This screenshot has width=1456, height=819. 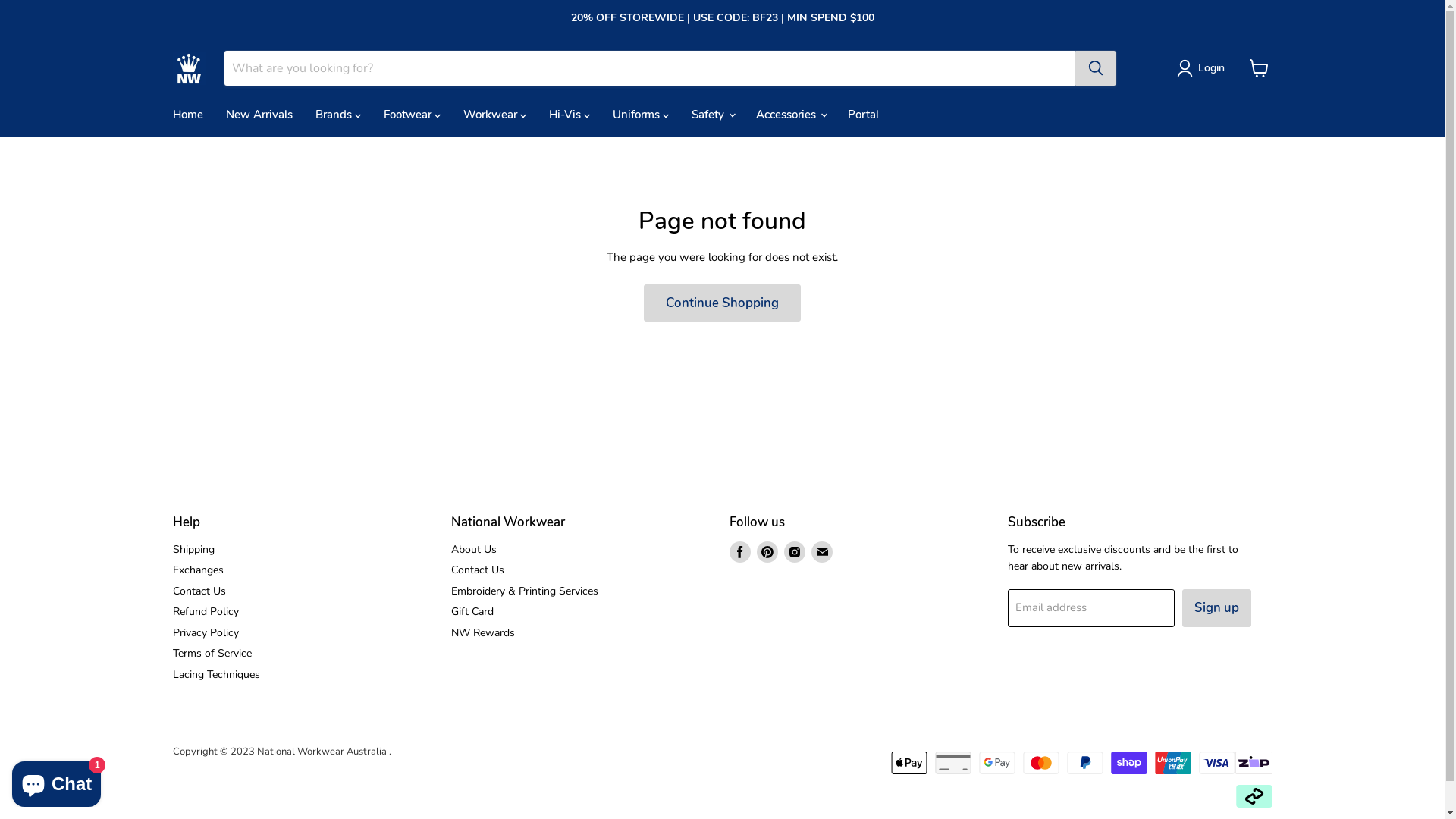 What do you see at coordinates (186, 114) in the screenshot?
I see `'Home'` at bounding box center [186, 114].